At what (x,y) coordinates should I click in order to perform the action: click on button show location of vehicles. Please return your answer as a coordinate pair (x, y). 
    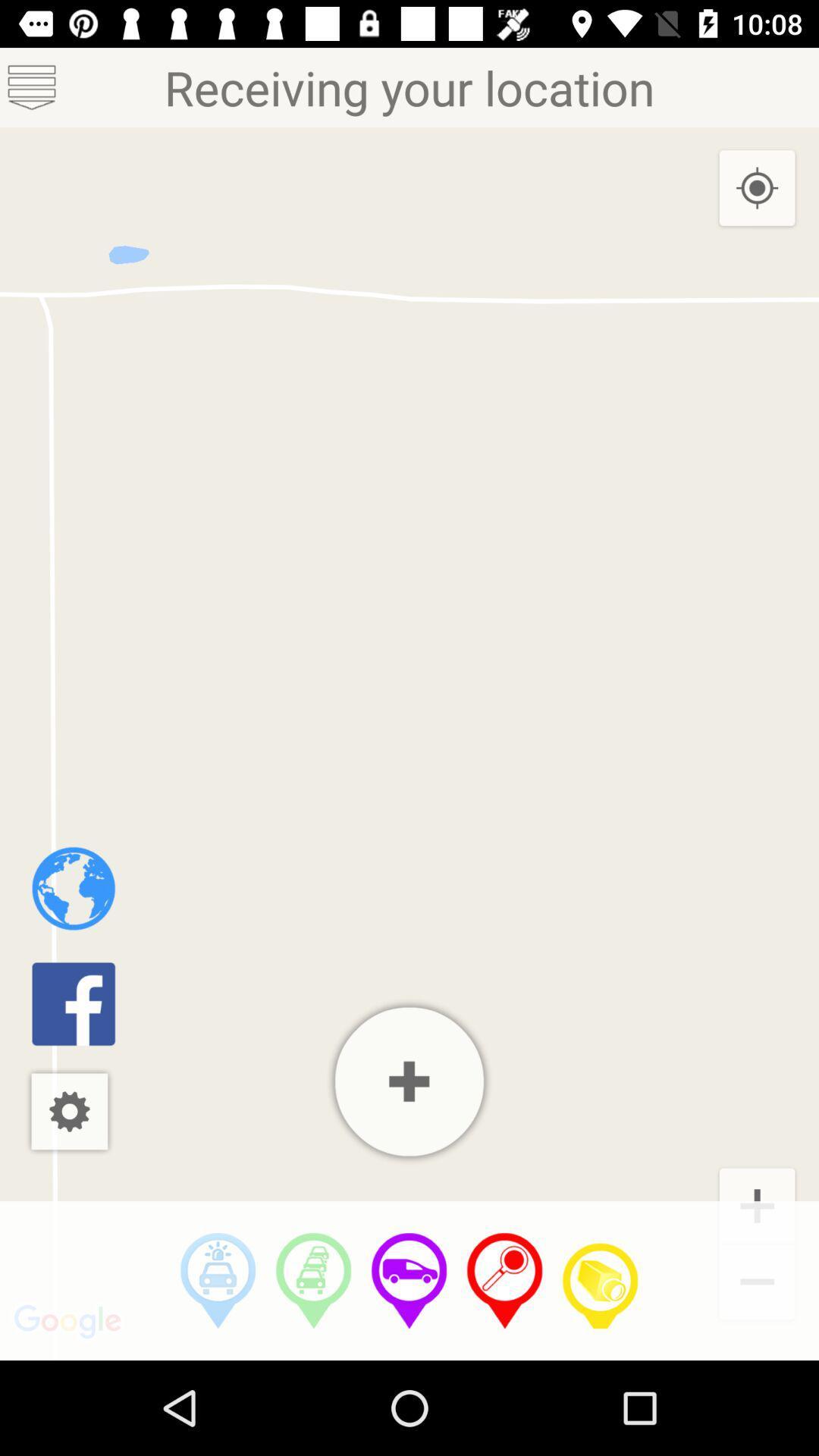
    Looking at the image, I should click on (409, 1280).